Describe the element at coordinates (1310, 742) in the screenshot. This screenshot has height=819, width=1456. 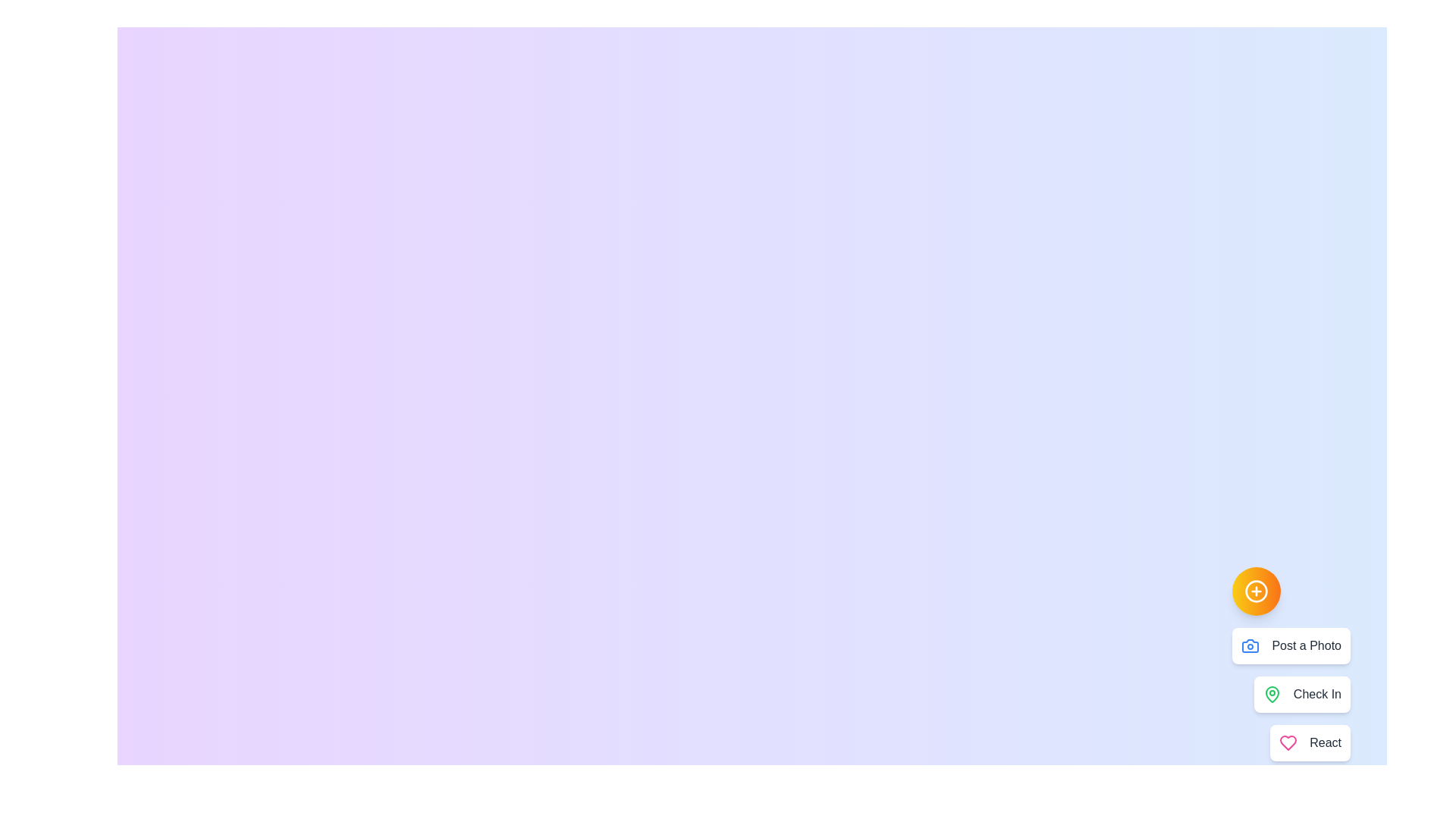
I see `the menu option React` at that location.